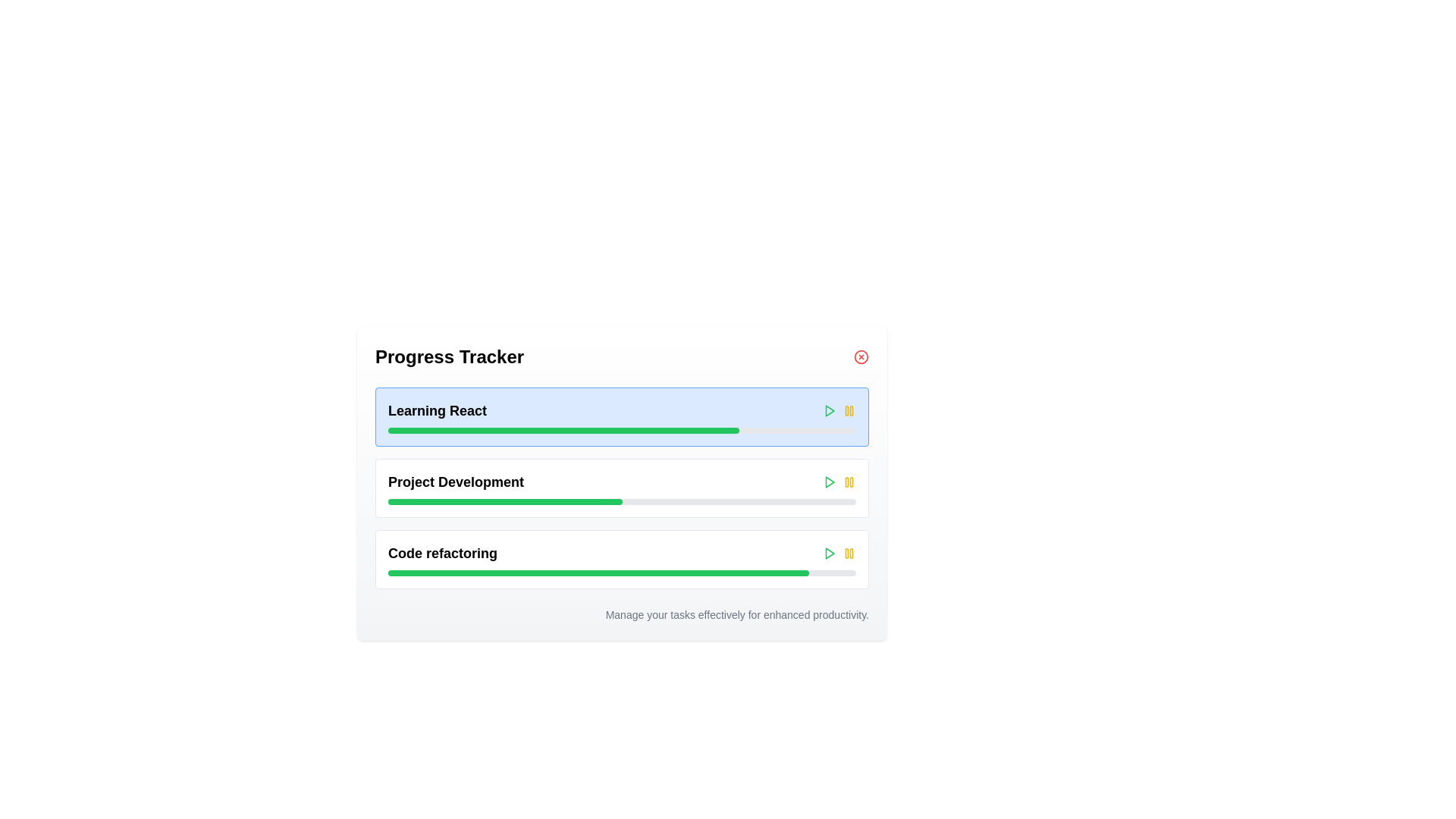 The width and height of the screenshot is (1456, 819). Describe the element at coordinates (505, 502) in the screenshot. I see `the progress indicator bar for the 'Project Development' task, which is located within the second progress bar and occupies 50% of its width` at that location.